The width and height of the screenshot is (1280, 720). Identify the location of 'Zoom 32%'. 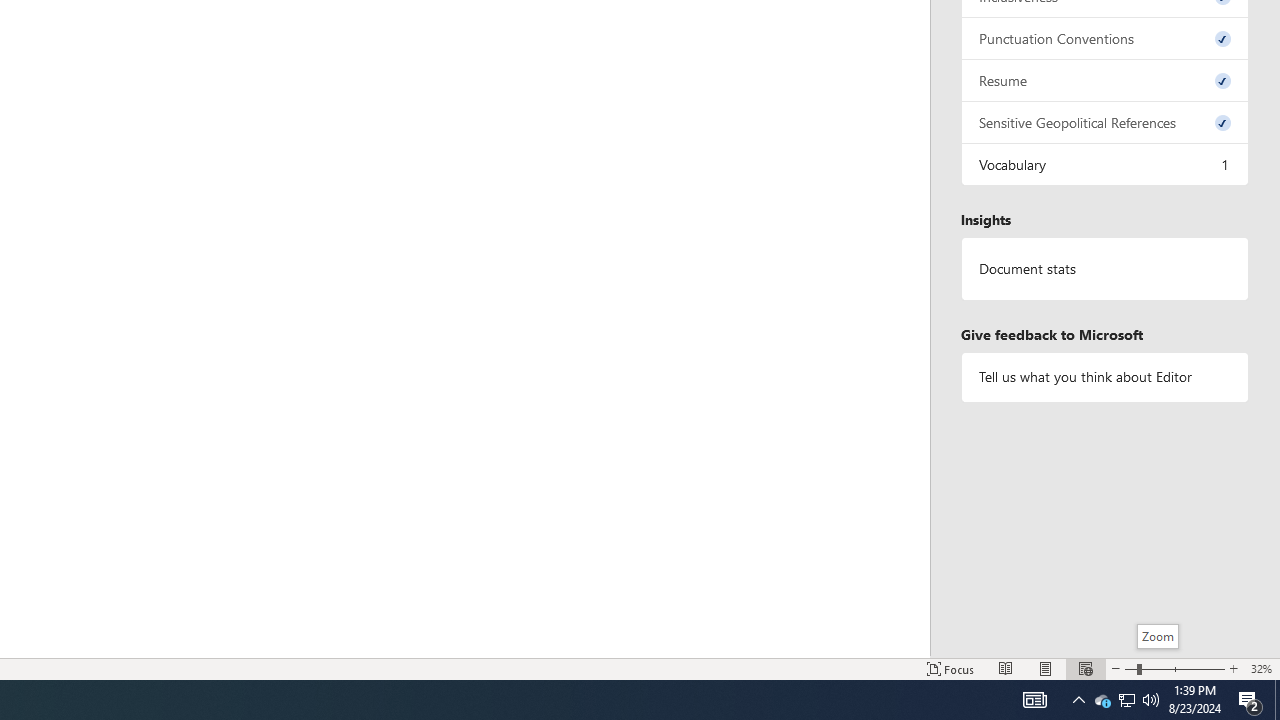
(1260, 669).